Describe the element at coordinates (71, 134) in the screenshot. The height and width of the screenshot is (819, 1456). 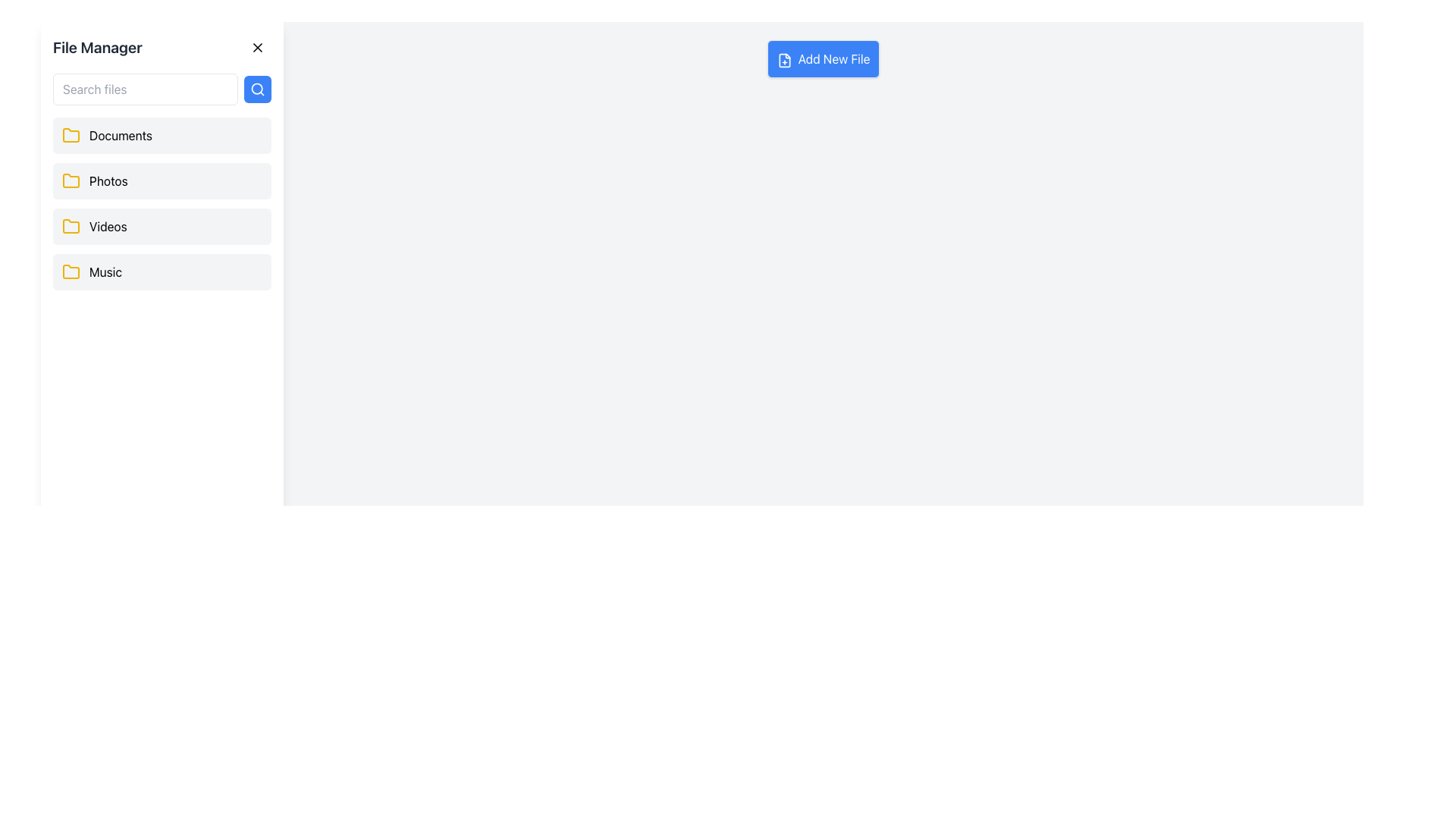
I see `the Folder part of the icon in the Documents section, which is styled with a yellow outline and resembles a classic file folder symbol` at that location.